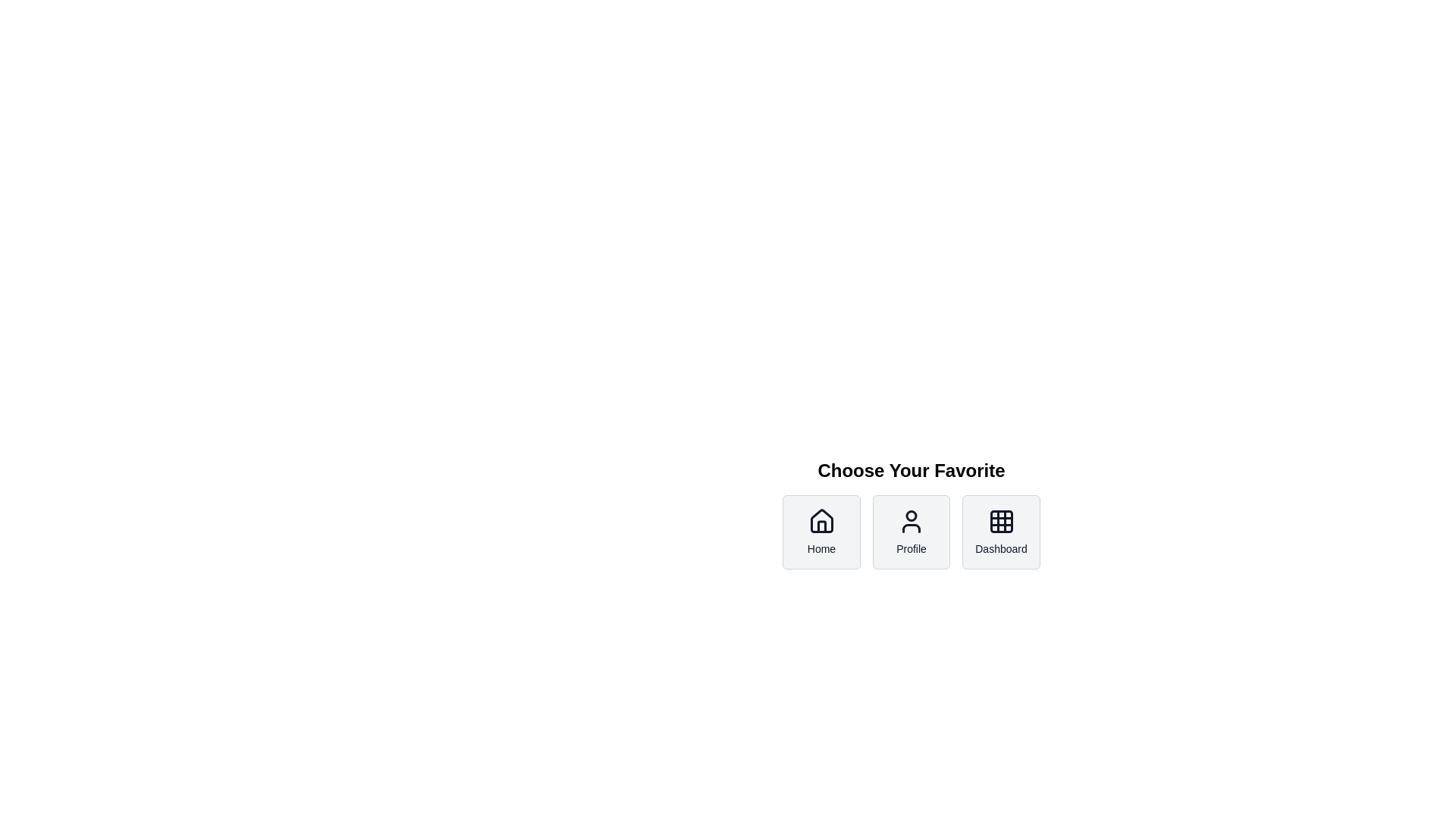 This screenshot has width=1456, height=819. I want to click on text label that reads 'Profile' which is styled with a small font size and appears in dark gray or black color on a light gray background, located within the 'Profile' section, so click(910, 549).